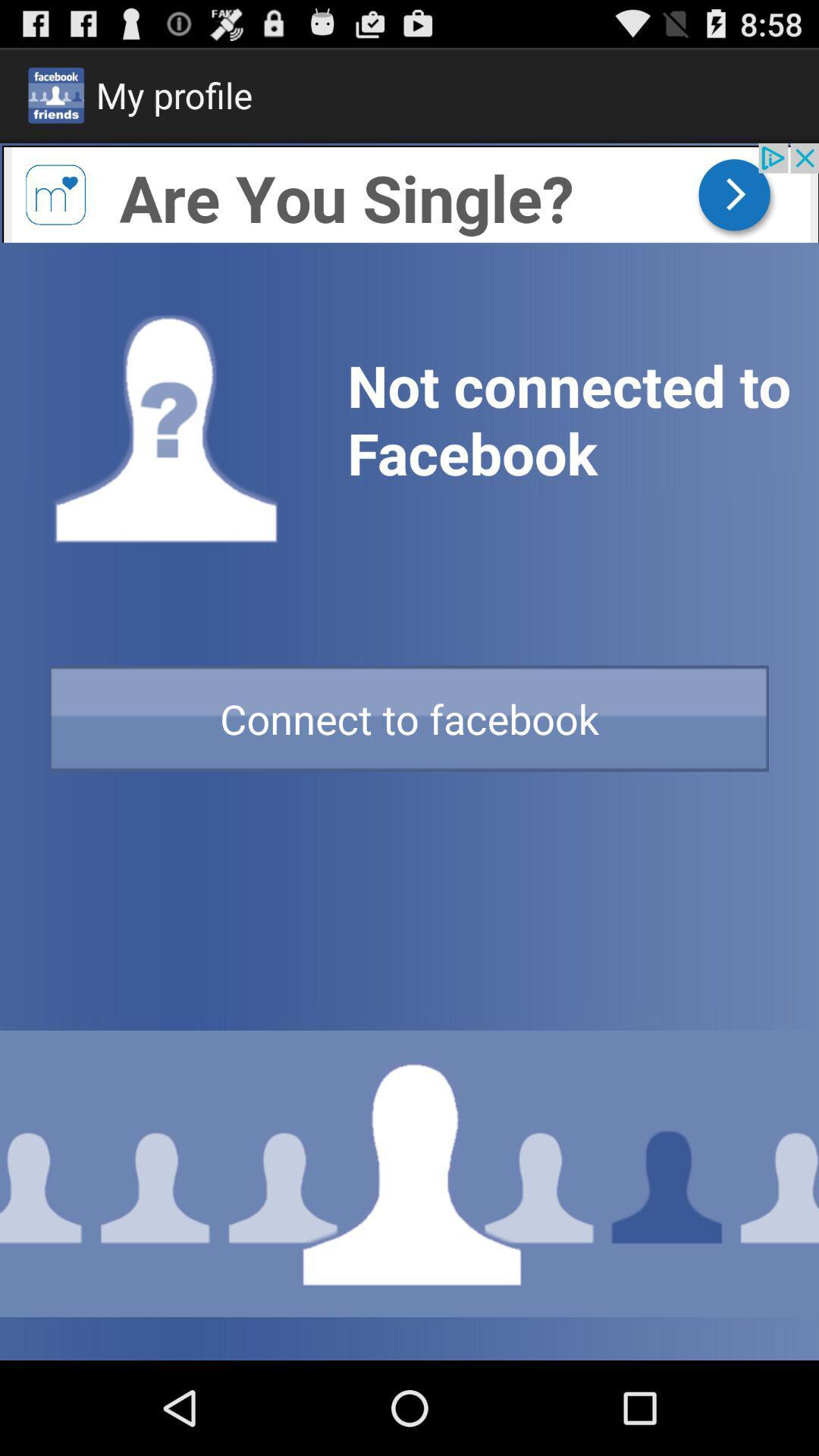  Describe the element at coordinates (409, 192) in the screenshot. I see `go next` at that location.